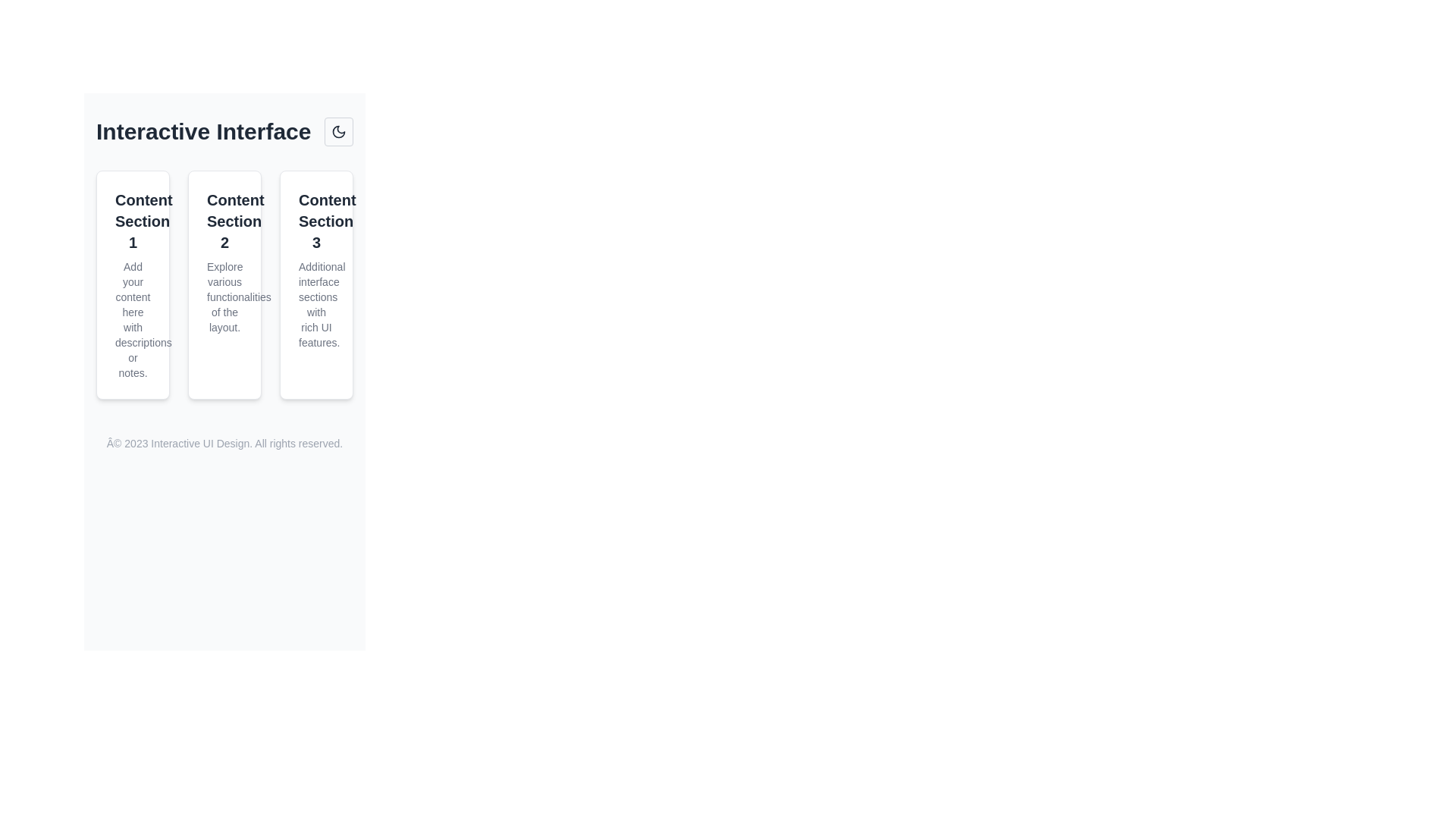  Describe the element at coordinates (224, 297) in the screenshot. I see `the text block displaying 'Explore various functionalities of the layout.' which is styled with a small font and located below the heading 'Content Section 2'` at that location.